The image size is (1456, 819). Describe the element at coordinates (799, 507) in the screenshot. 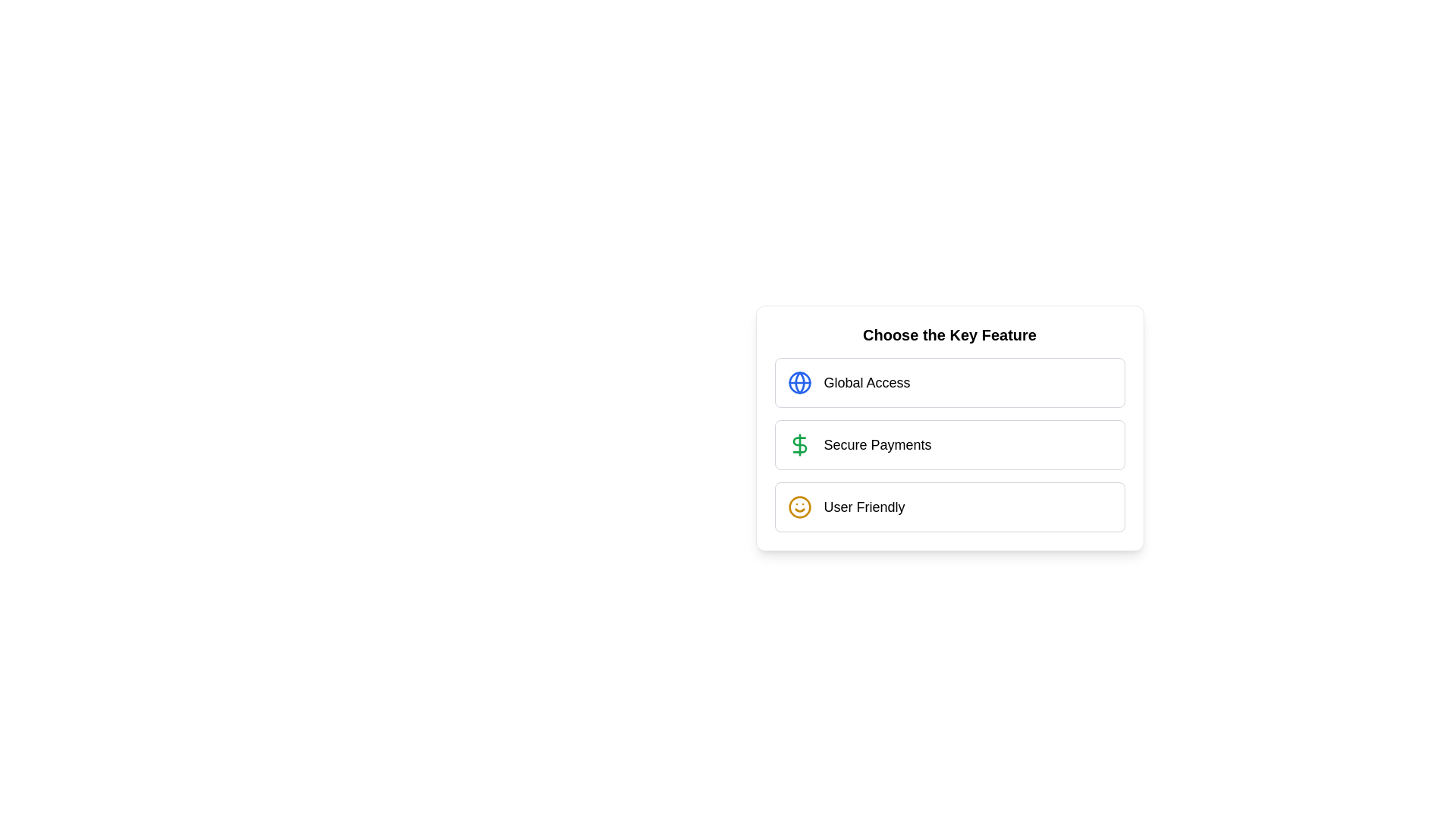

I see `the yellow circular icon, part of the smiley face icon representing the 'User Friendly' feature, which is the third option in the feature selection list` at that location.